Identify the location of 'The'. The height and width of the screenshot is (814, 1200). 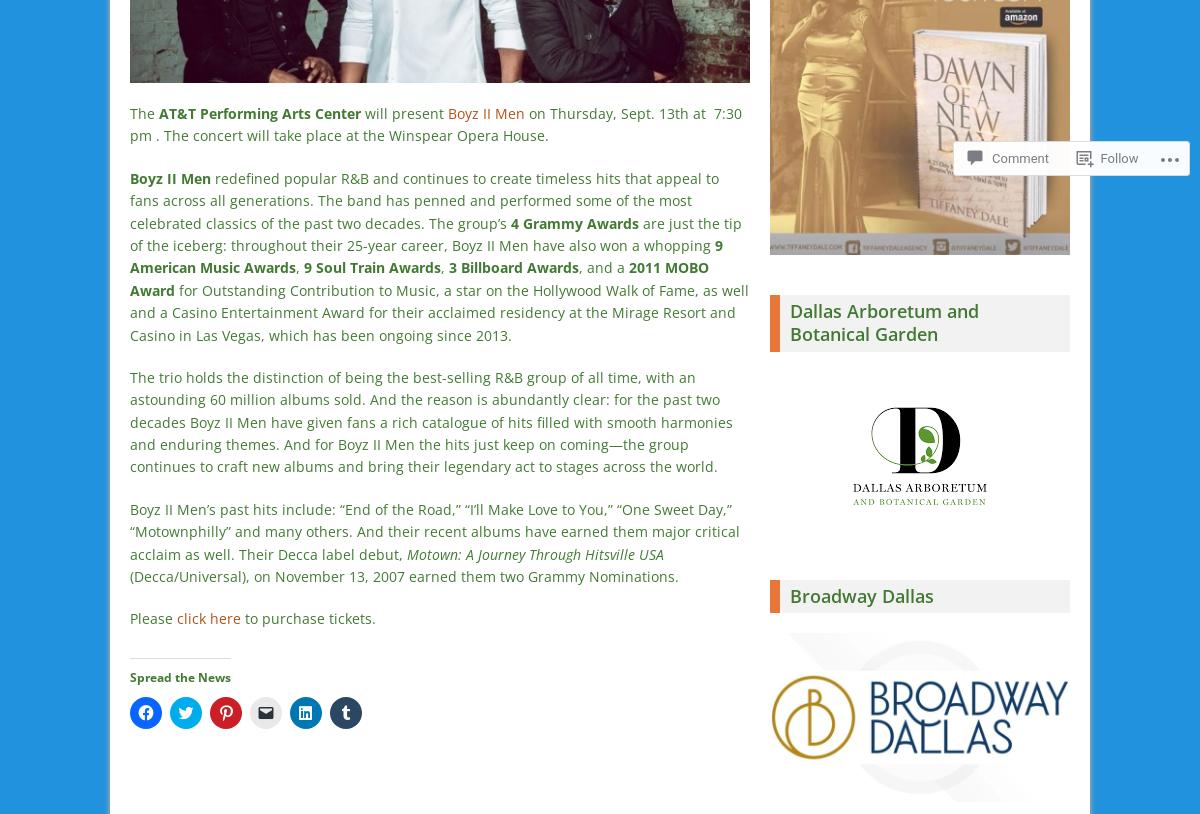
(144, 112).